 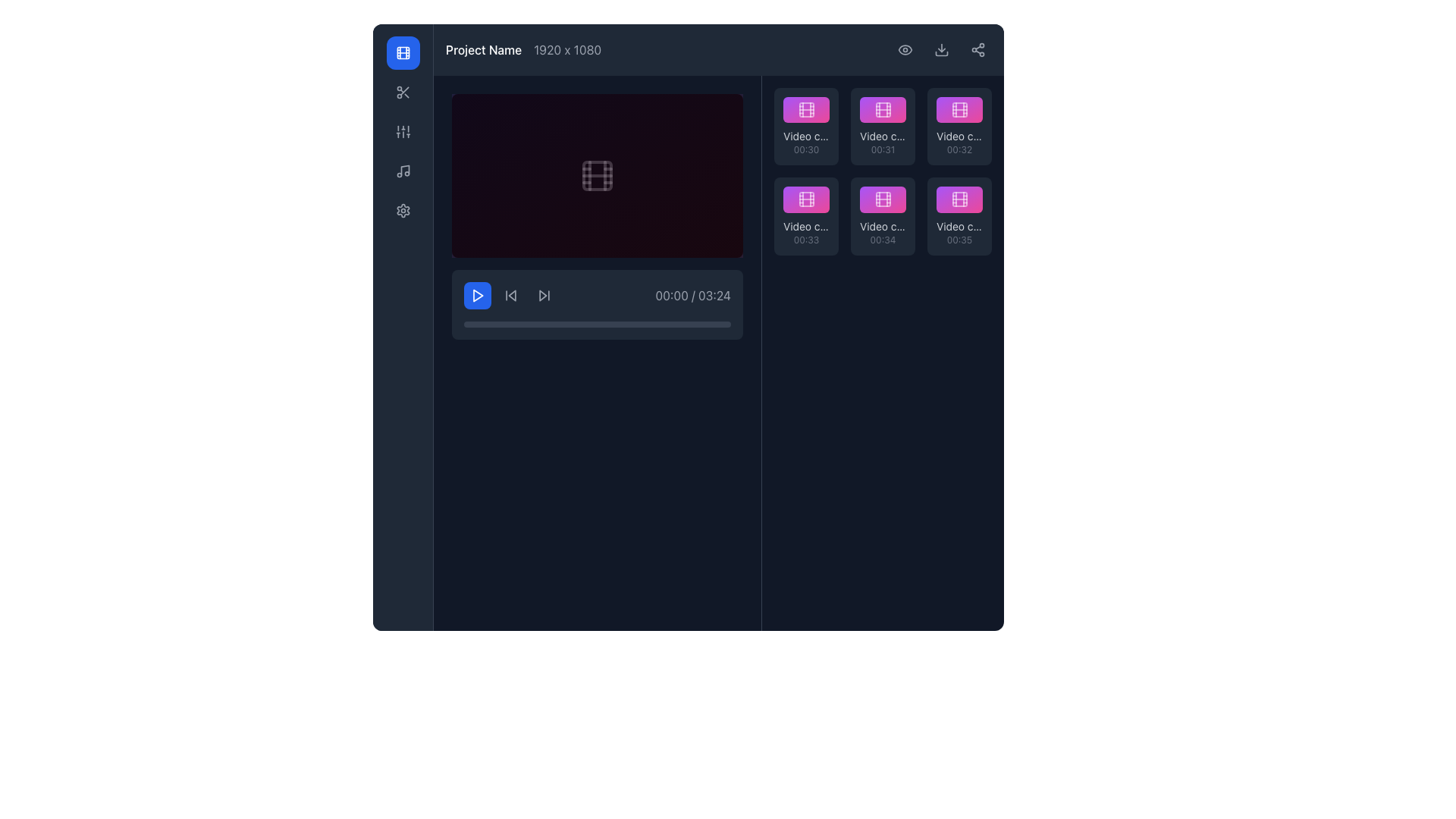 I want to click on text label displaying '00:33' located underneath the title 'Video clip 4' in a small gray font, so click(x=805, y=239).